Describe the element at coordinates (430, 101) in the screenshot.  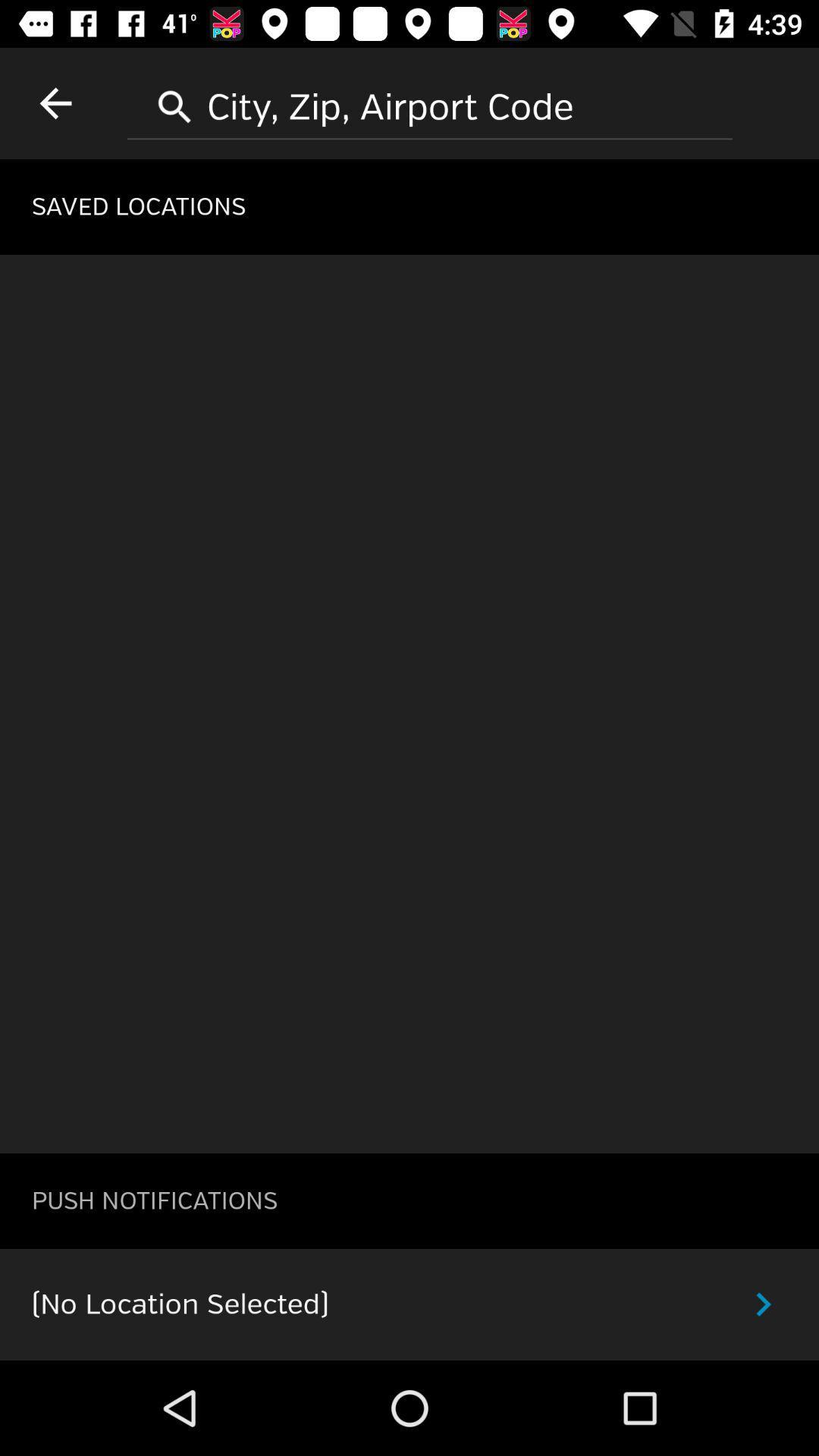
I see `search by city zip code or airport code` at that location.